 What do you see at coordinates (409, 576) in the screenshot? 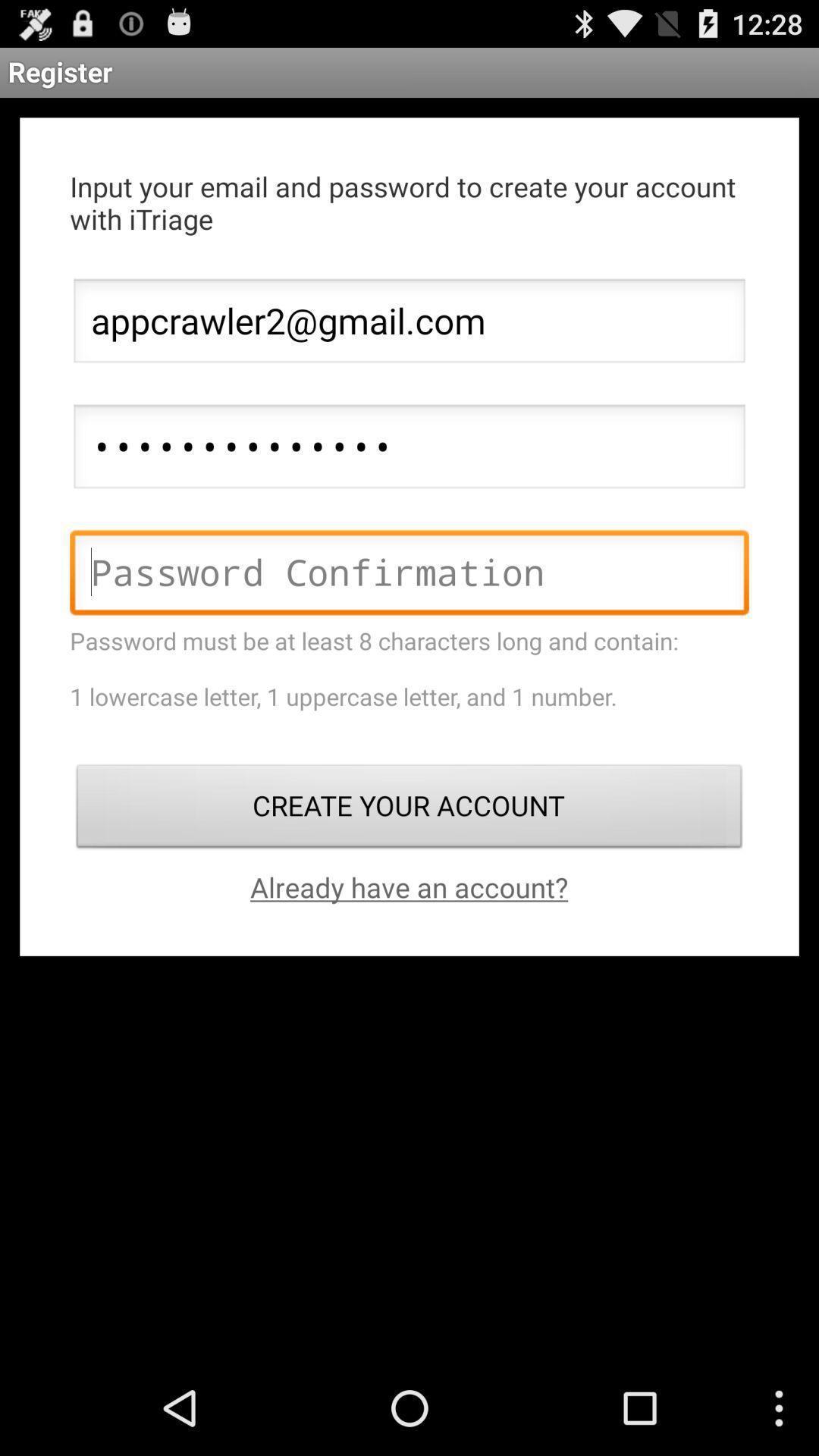
I see `confirm passwordq` at bounding box center [409, 576].